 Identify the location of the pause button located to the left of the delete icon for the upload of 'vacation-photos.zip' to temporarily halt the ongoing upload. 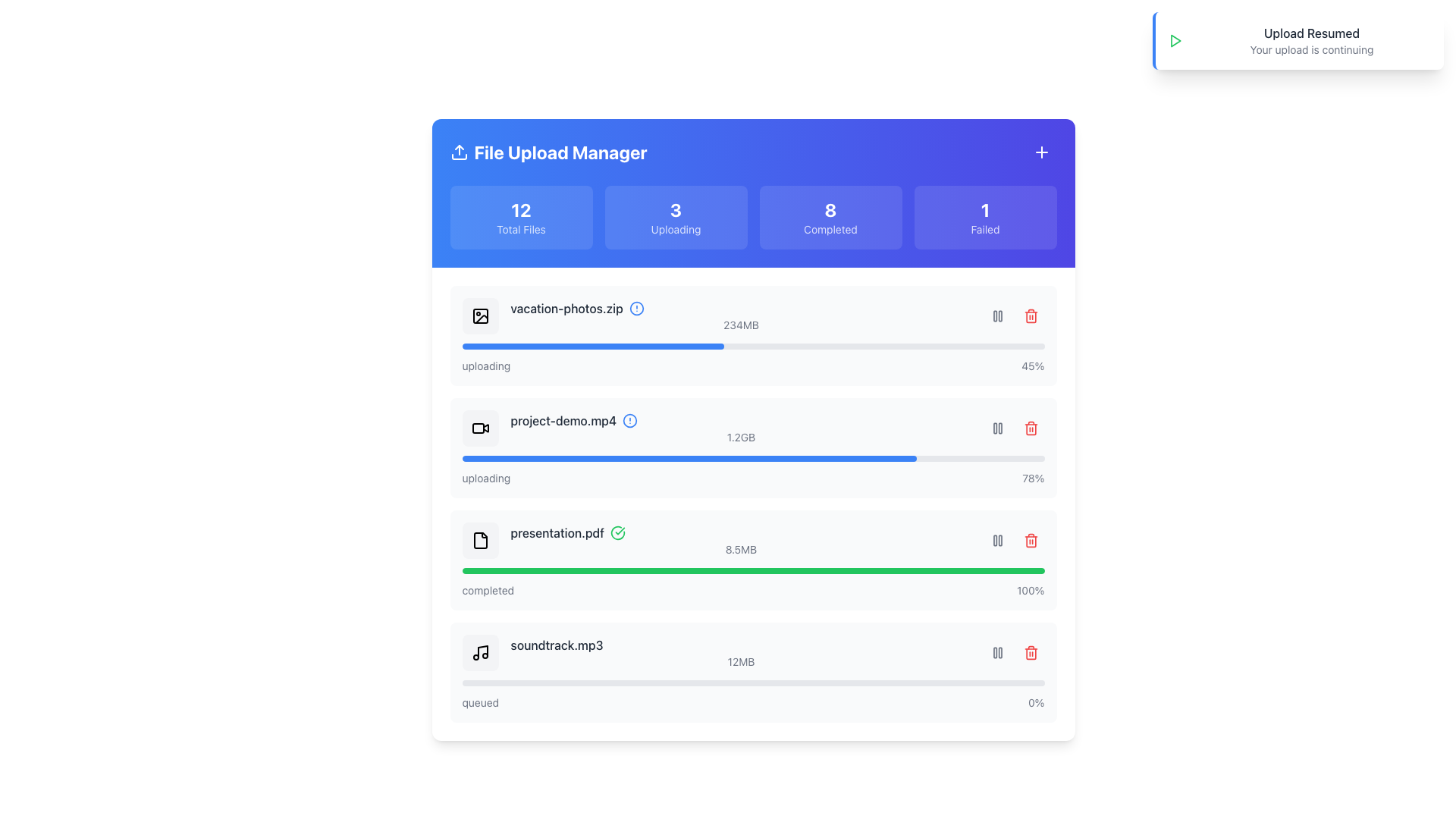
(997, 315).